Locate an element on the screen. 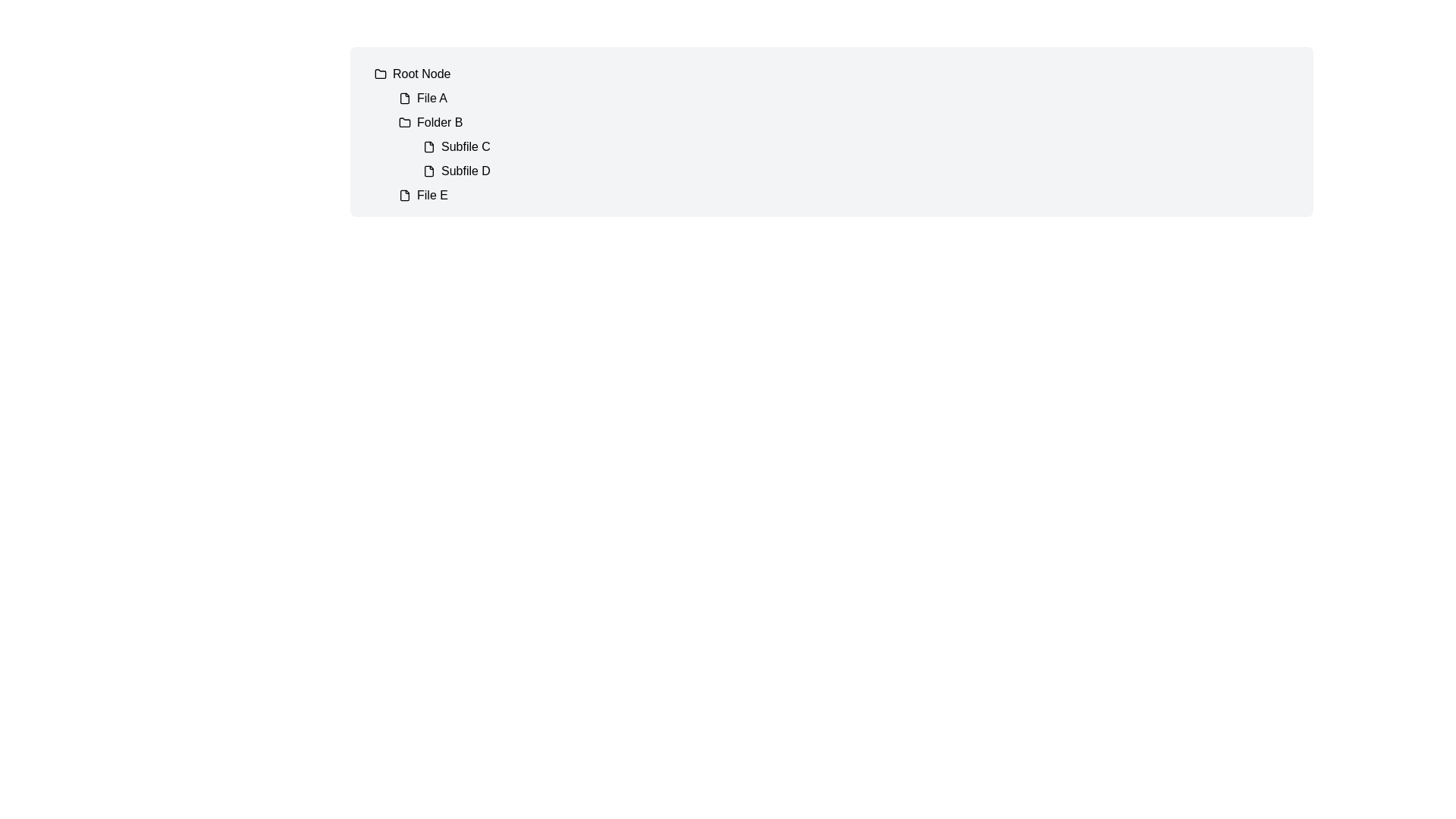 The height and width of the screenshot is (819, 1456). the 'Root Node' label is located at coordinates (422, 74).